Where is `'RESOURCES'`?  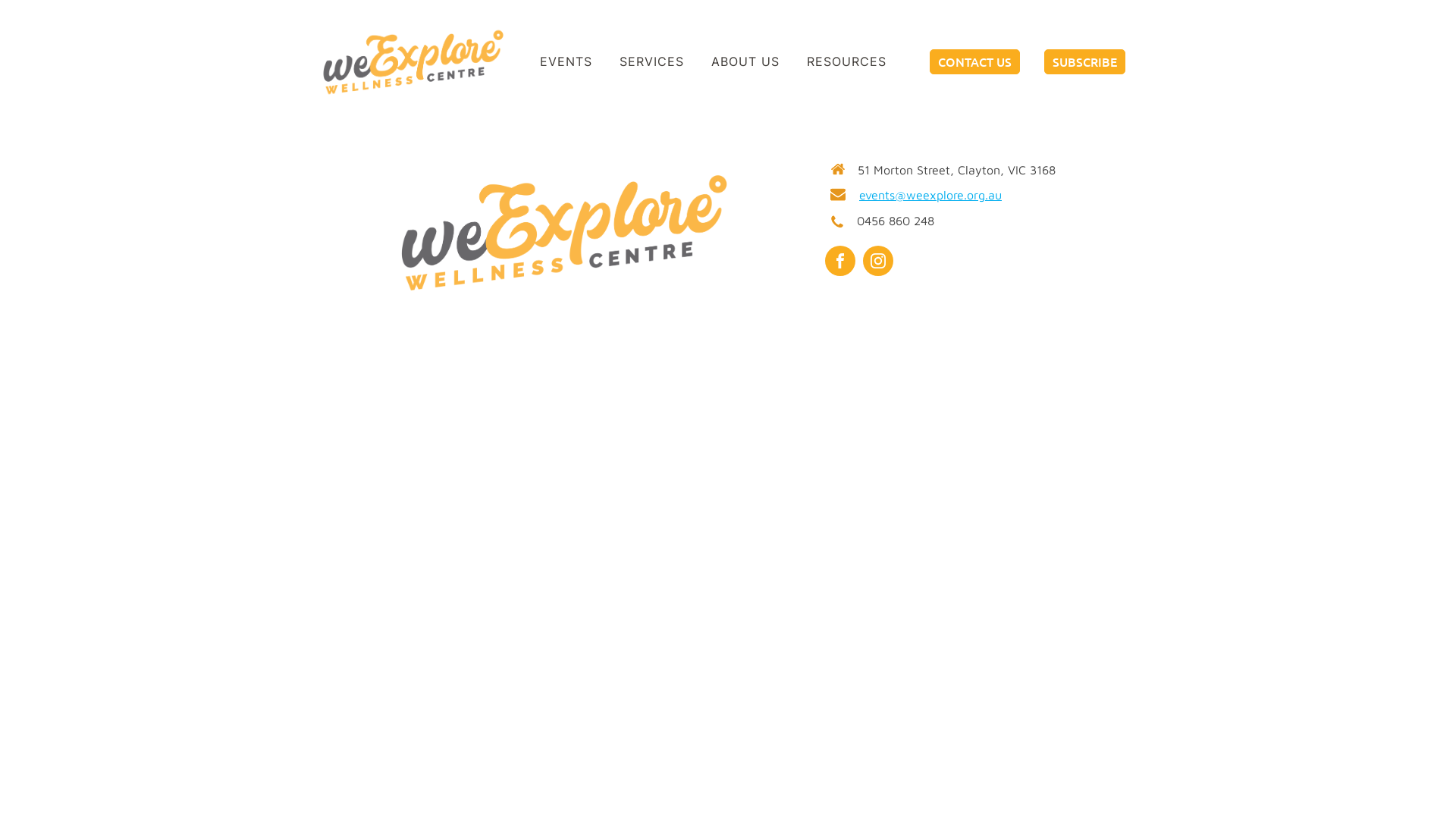 'RESOURCES' is located at coordinates (846, 61).